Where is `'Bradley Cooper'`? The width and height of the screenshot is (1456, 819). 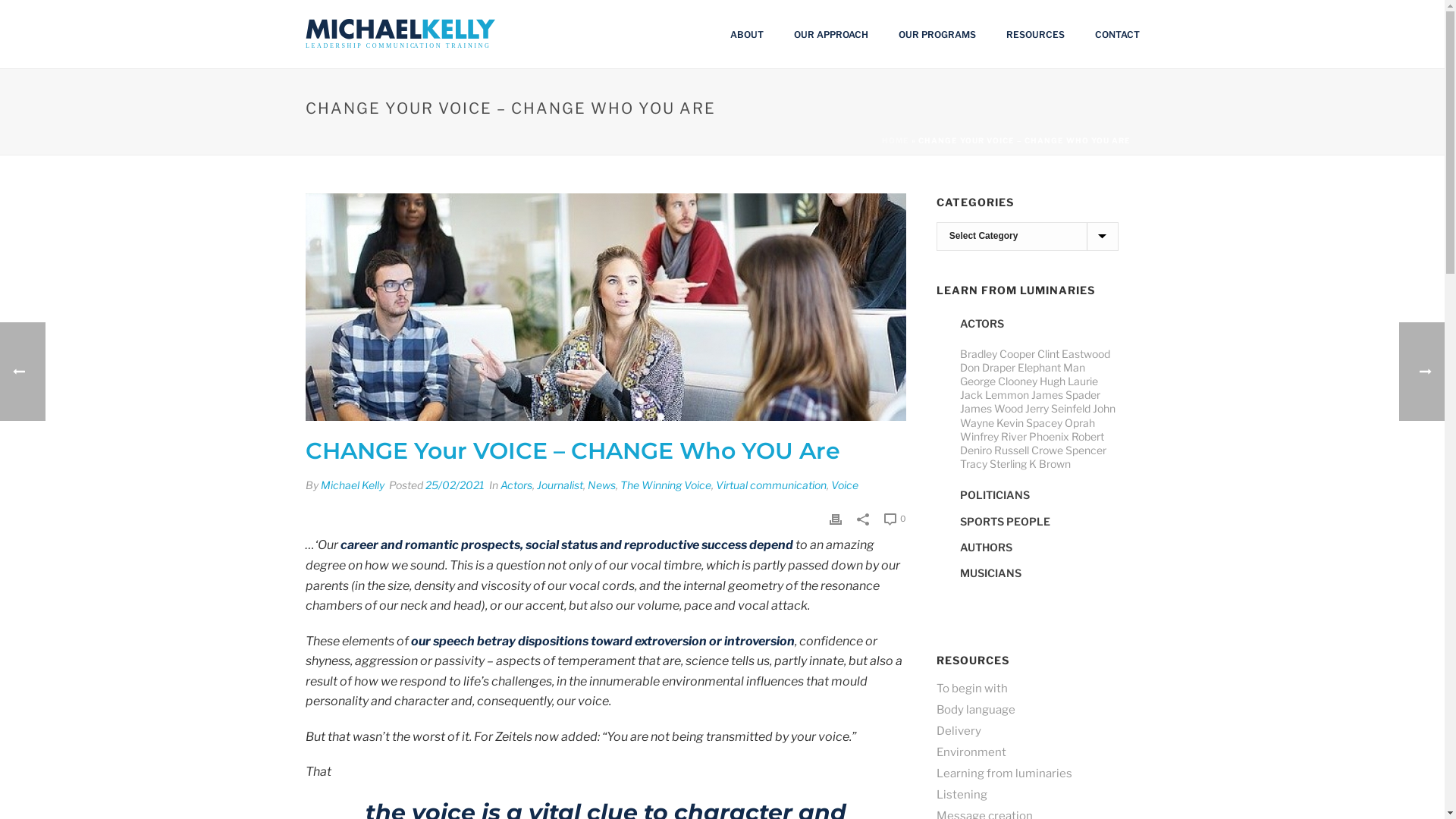
'Bradley Cooper' is located at coordinates (997, 353).